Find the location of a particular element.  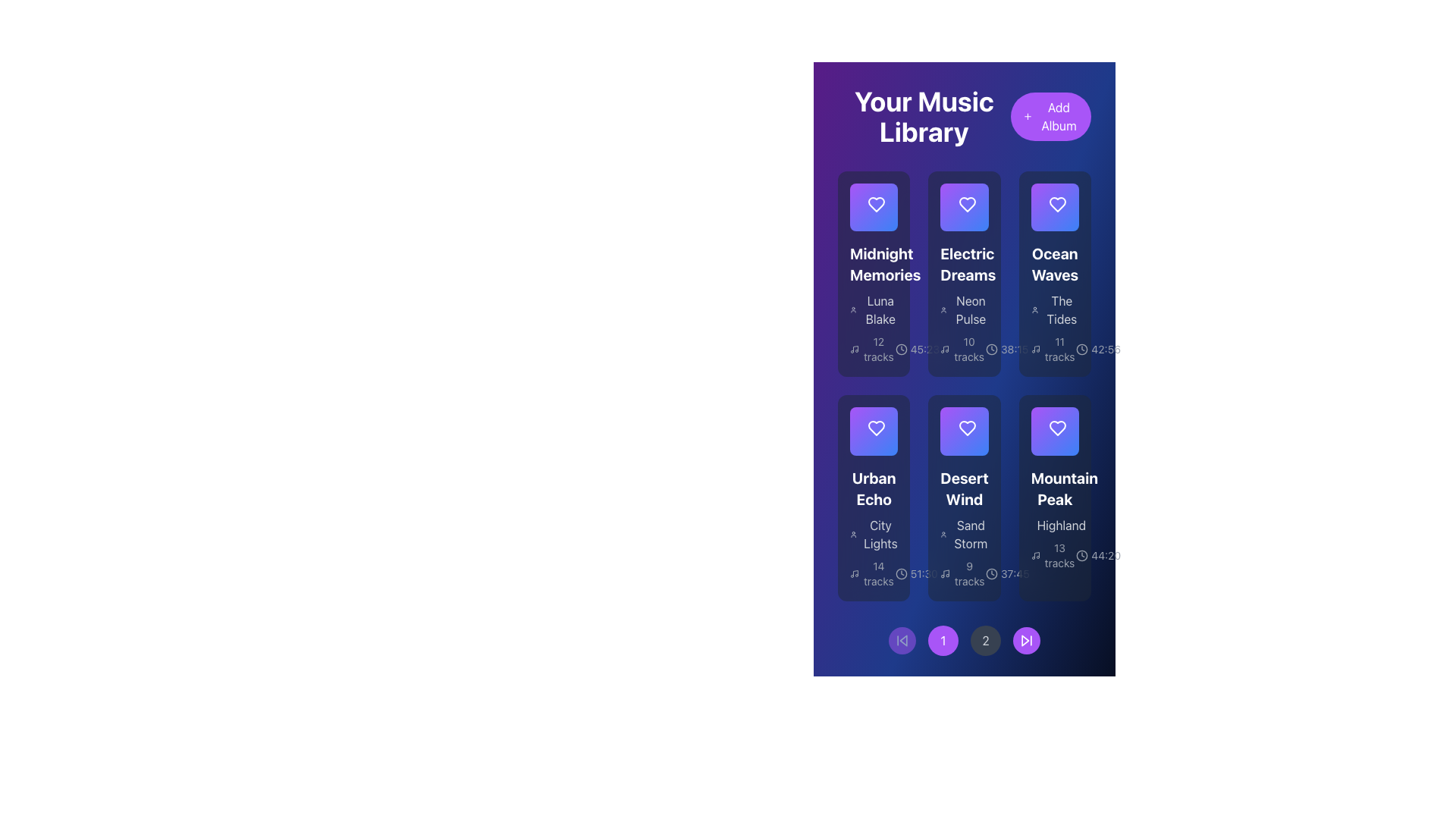

the music-related icon consisting of a musical note and circular shapes, which is adjacent to the '11 tracks' text in the 'Ocean Waves' grid card within 'Your Music Library' is located at coordinates (1034, 350).